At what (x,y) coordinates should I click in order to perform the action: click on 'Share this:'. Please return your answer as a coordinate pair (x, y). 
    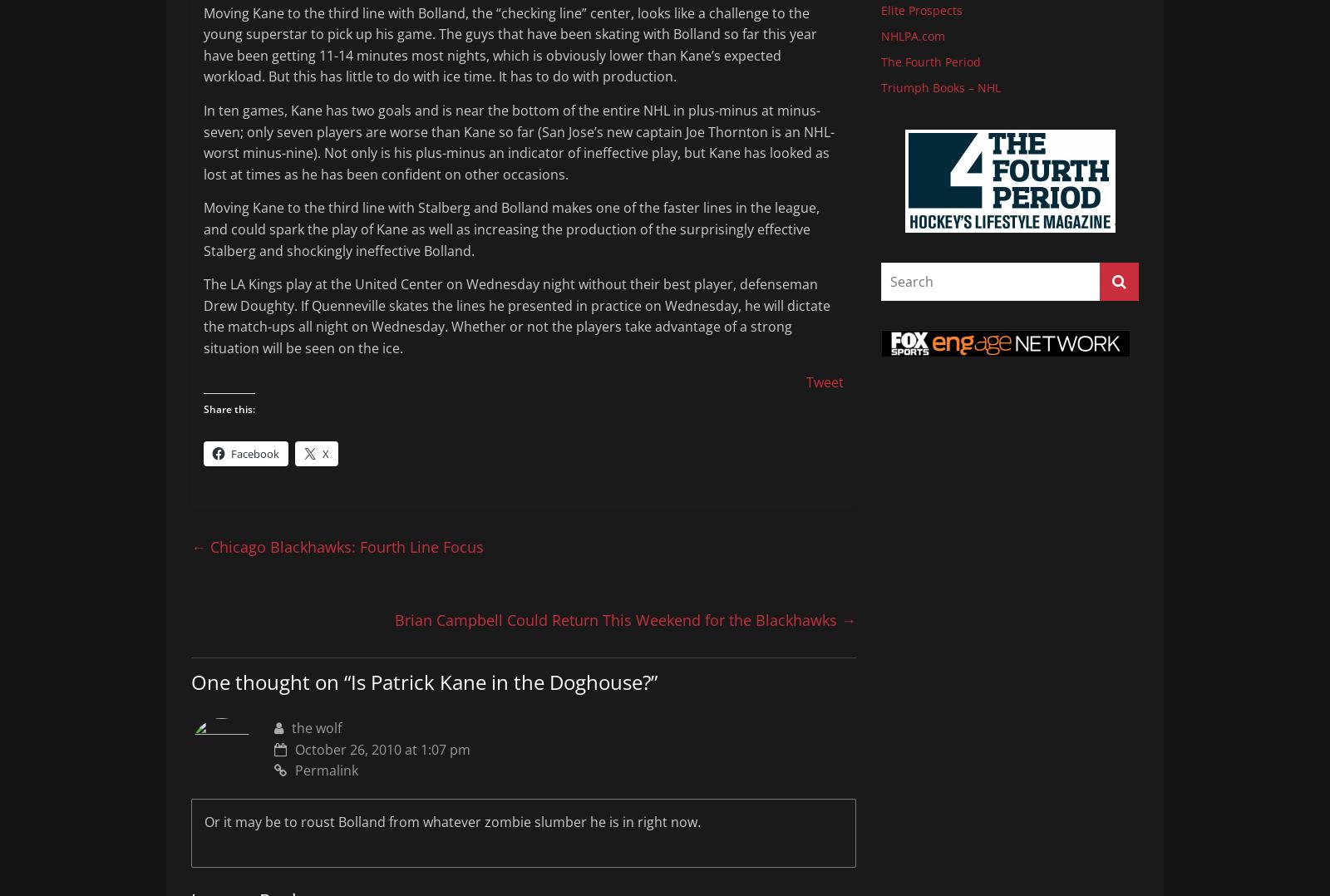
    Looking at the image, I should click on (229, 408).